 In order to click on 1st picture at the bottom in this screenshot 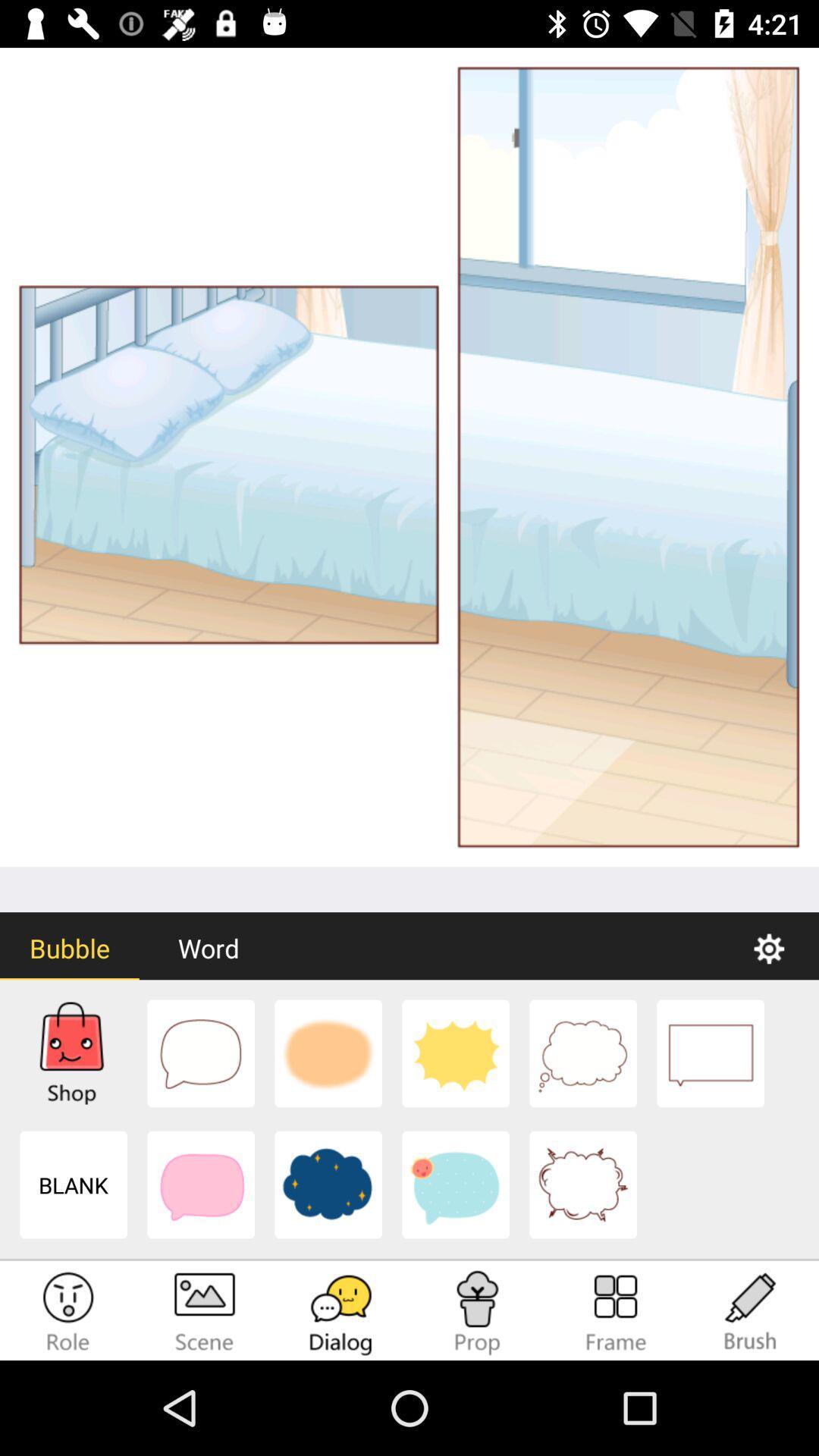, I will do `click(73, 1053)`.